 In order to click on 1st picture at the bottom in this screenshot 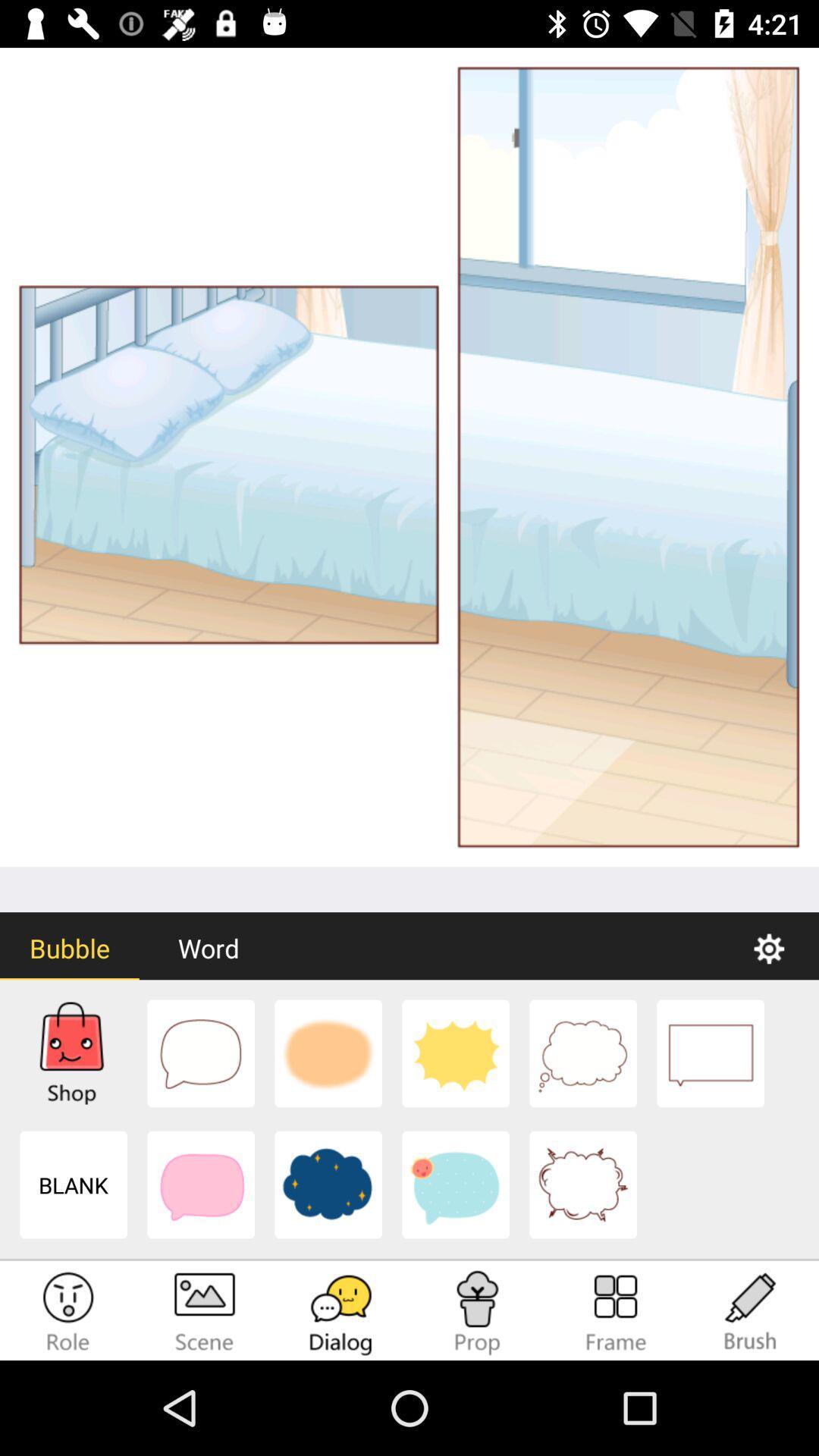, I will do `click(73, 1053)`.